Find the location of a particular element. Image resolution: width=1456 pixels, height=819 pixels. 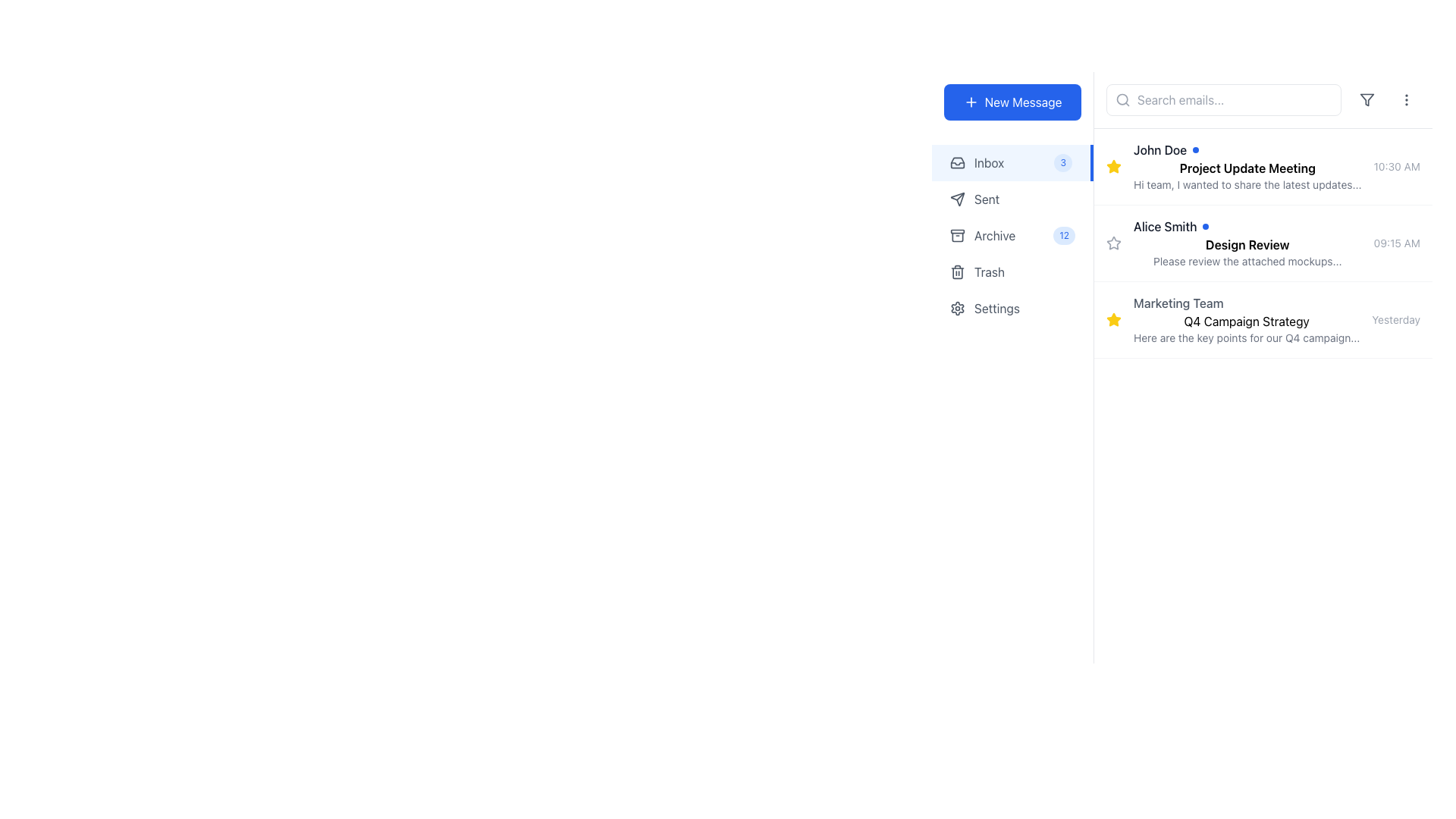

the Email preview section displaying 'Alice Smith' and 'Design Review' is located at coordinates (1247, 242).